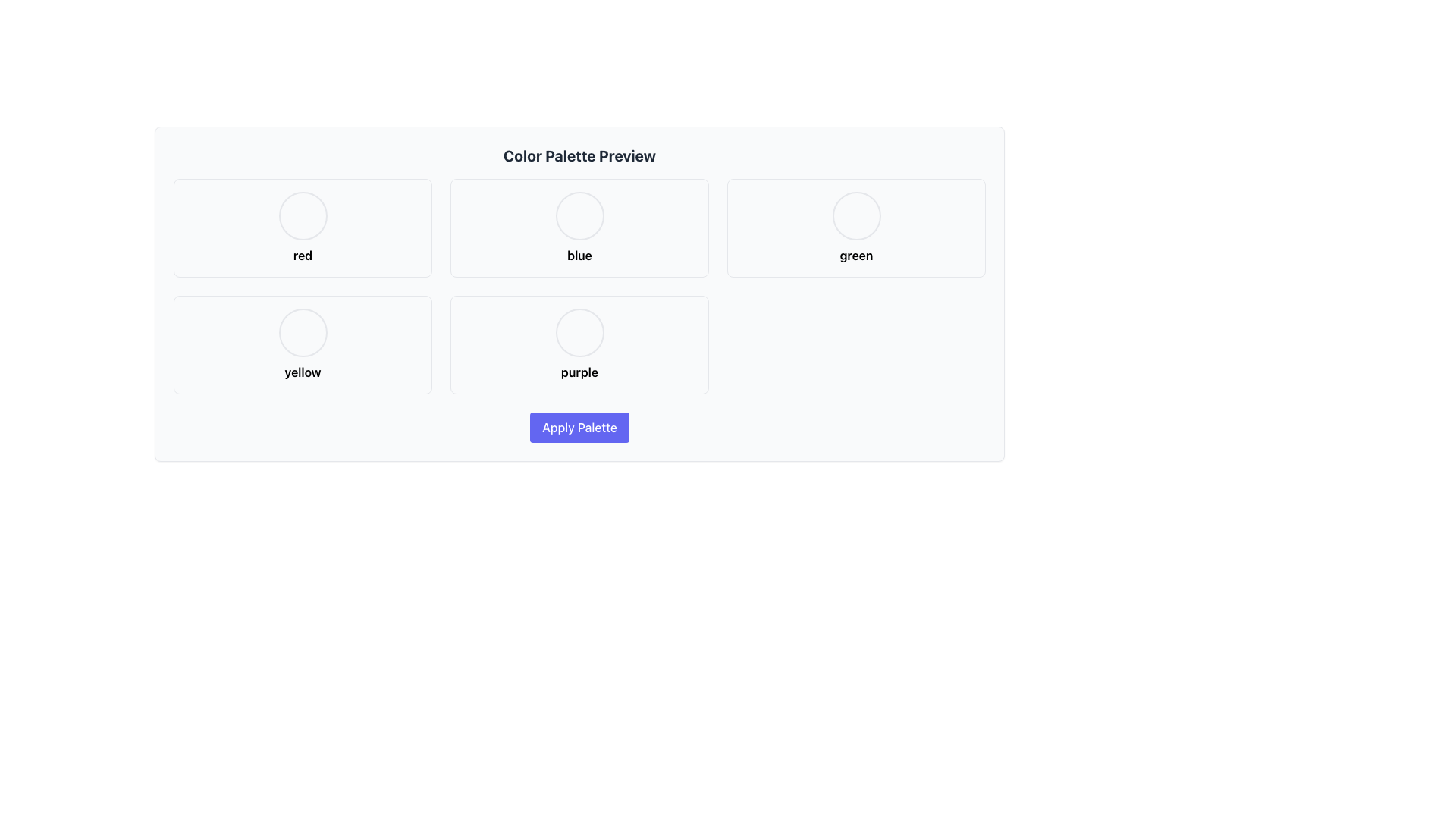 The height and width of the screenshot is (819, 1456). Describe the element at coordinates (303, 227) in the screenshot. I see `the first card` at that location.